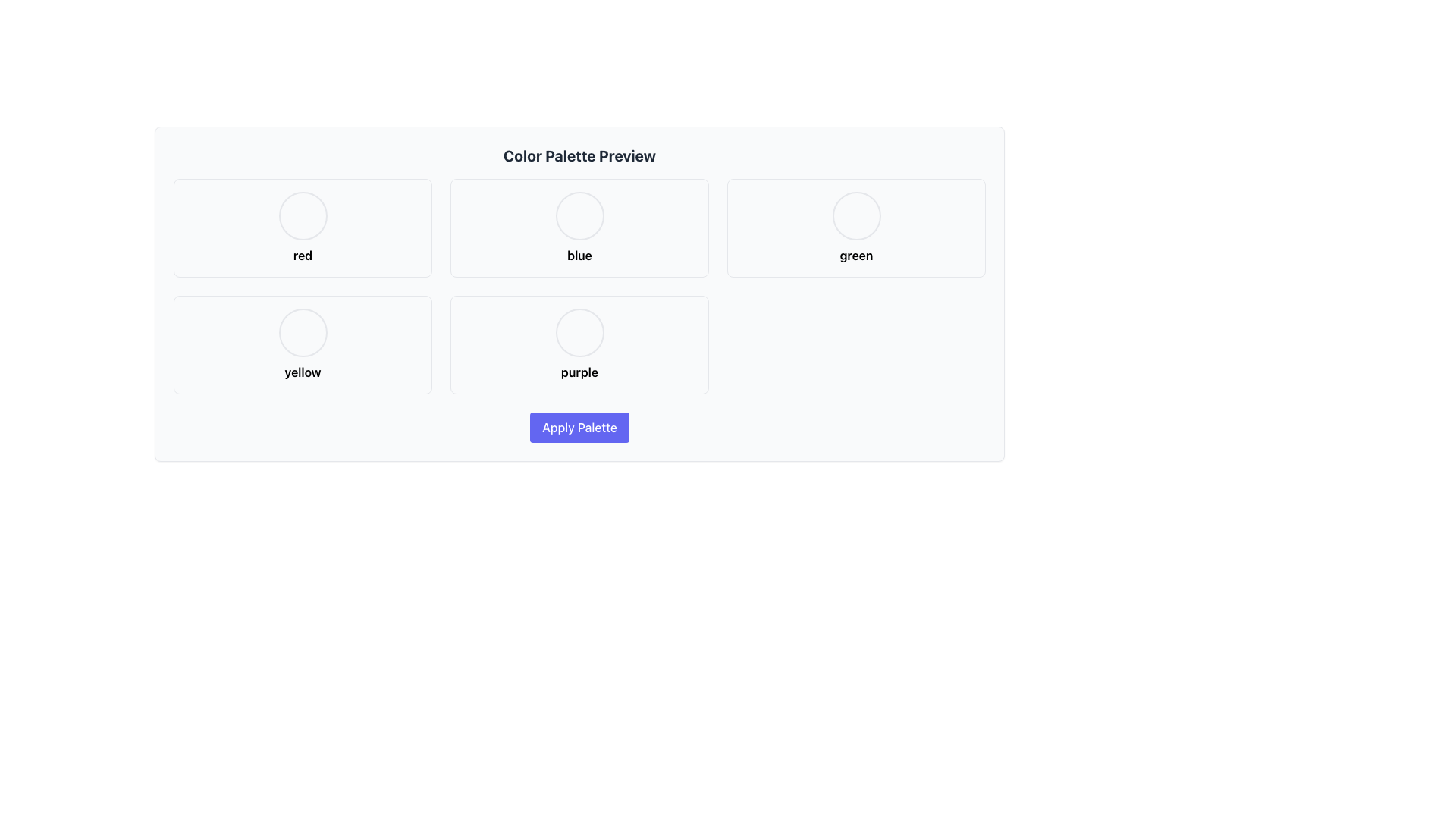 The height and width of the screenshot is (819, 1456). Describe the element at coordinates (303, 227) in the screenshot. I see `the first card` at that location.